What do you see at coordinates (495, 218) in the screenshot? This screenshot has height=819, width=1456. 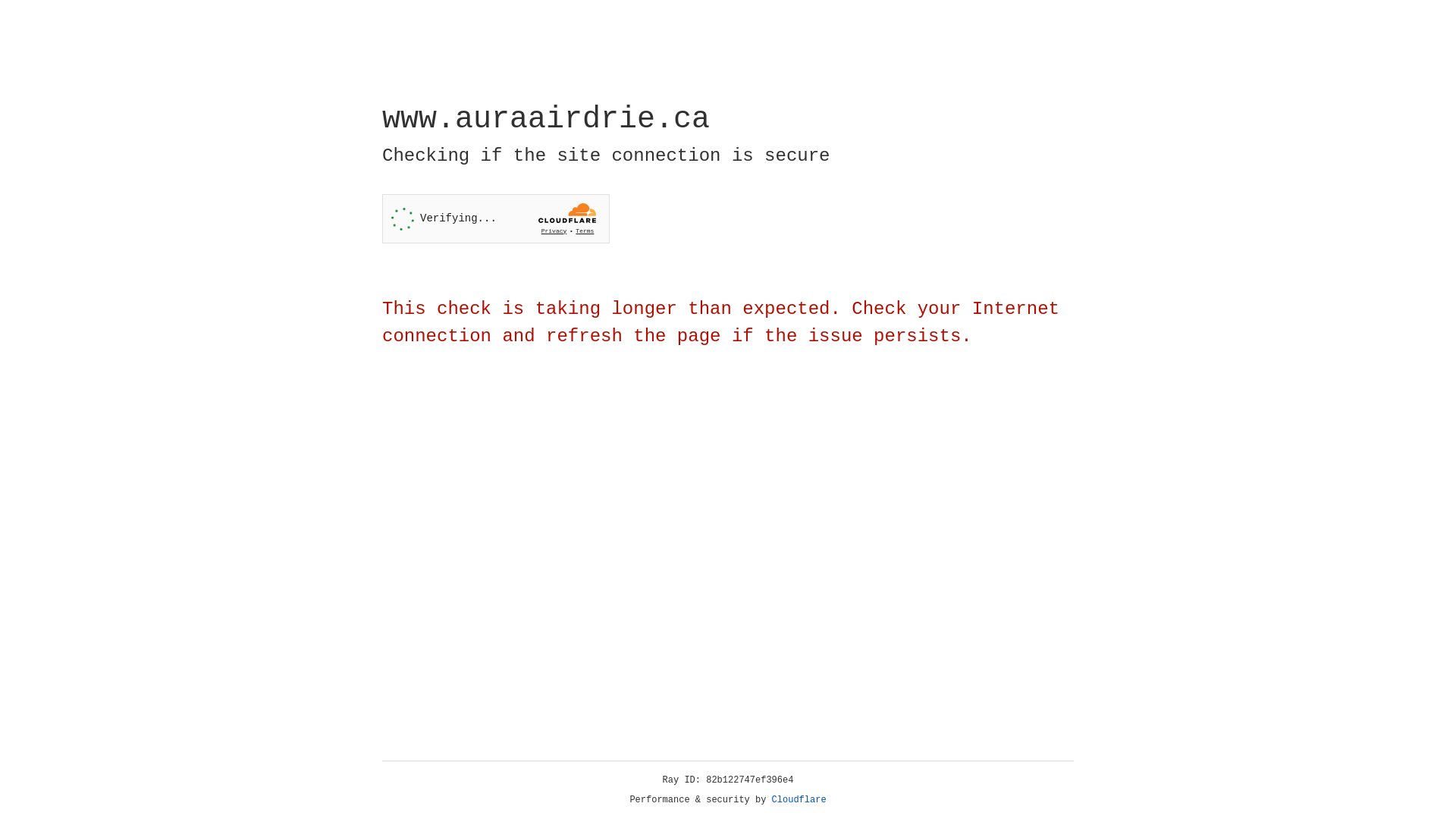 I see `'Widget containing a Cloudflare security challenge'` at bounding box center [495, 218].